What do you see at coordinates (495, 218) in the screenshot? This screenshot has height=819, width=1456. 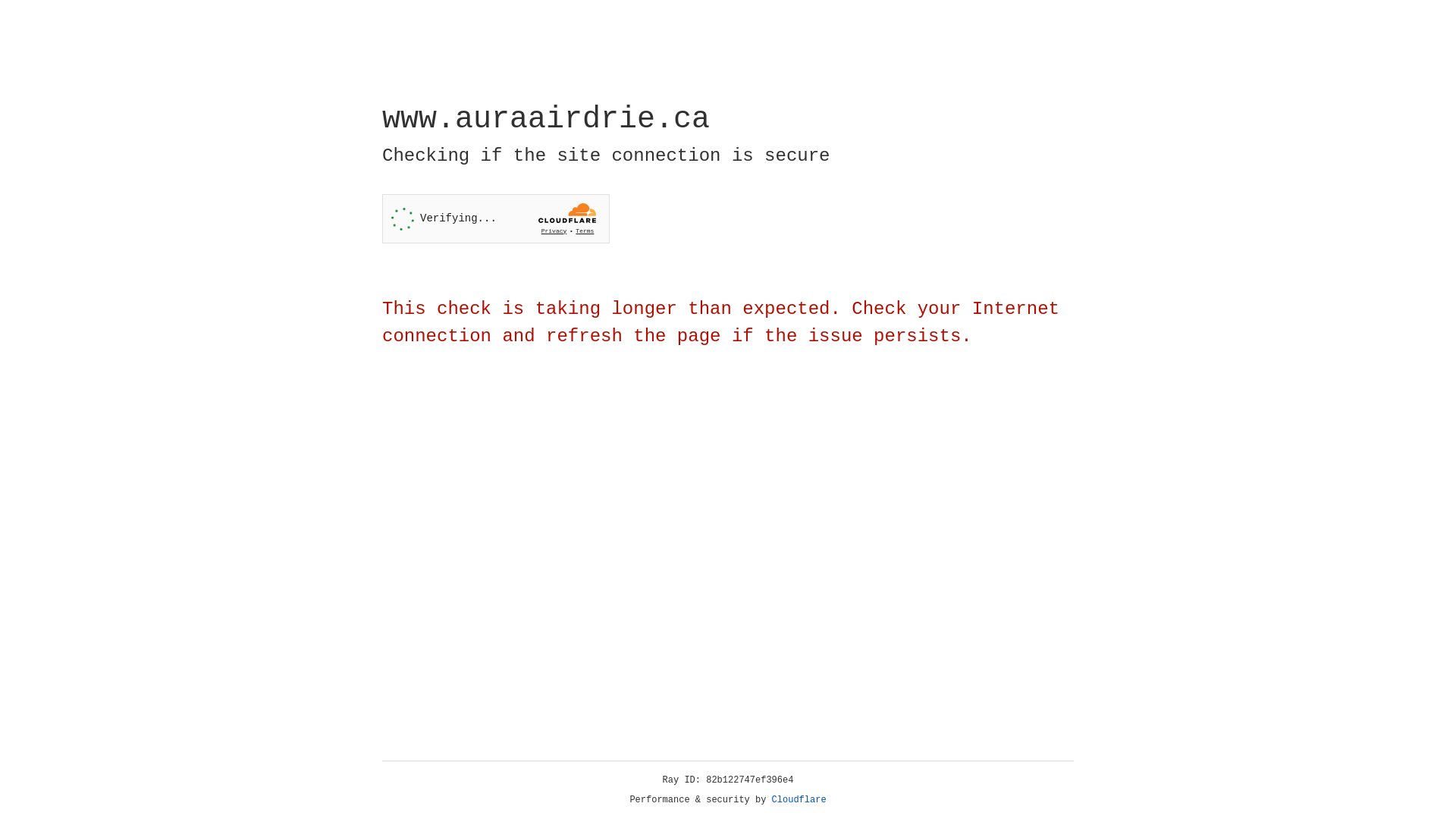 I see `'Widget containing a Cloudflare security challenge'` at bounding box center [495, 218].